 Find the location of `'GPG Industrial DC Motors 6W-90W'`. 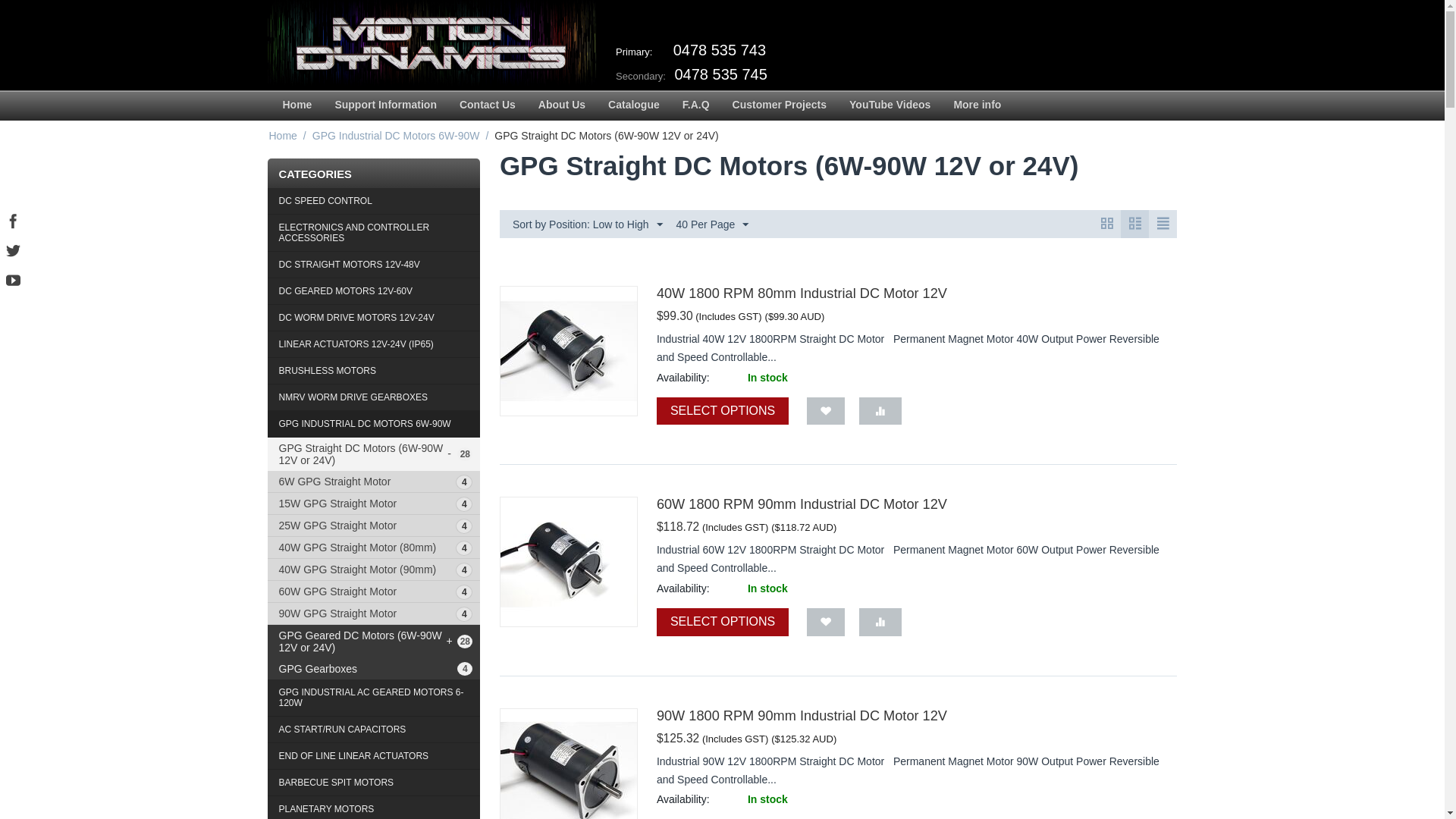

'GPG Industrial DC Motors 6W-90W' is located at coordinates (396, 134).